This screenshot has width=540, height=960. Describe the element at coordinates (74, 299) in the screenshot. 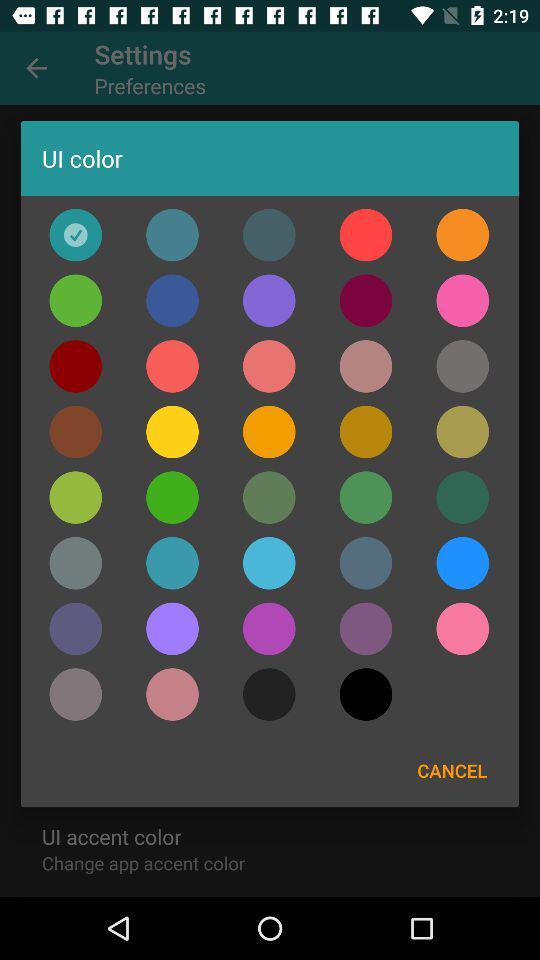

I see `ui color` at that location.